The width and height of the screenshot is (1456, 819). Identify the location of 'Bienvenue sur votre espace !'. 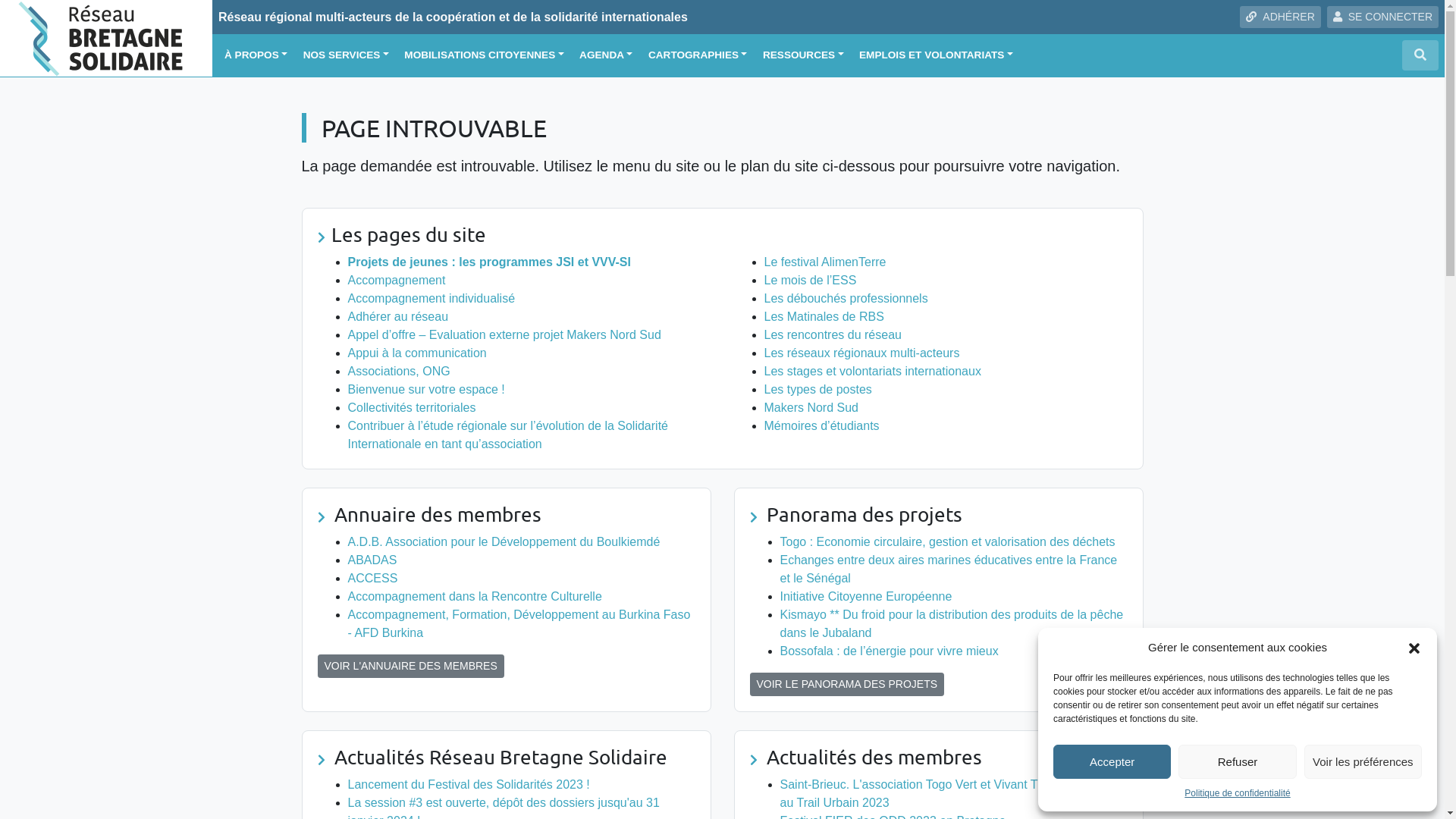
(425, 388).